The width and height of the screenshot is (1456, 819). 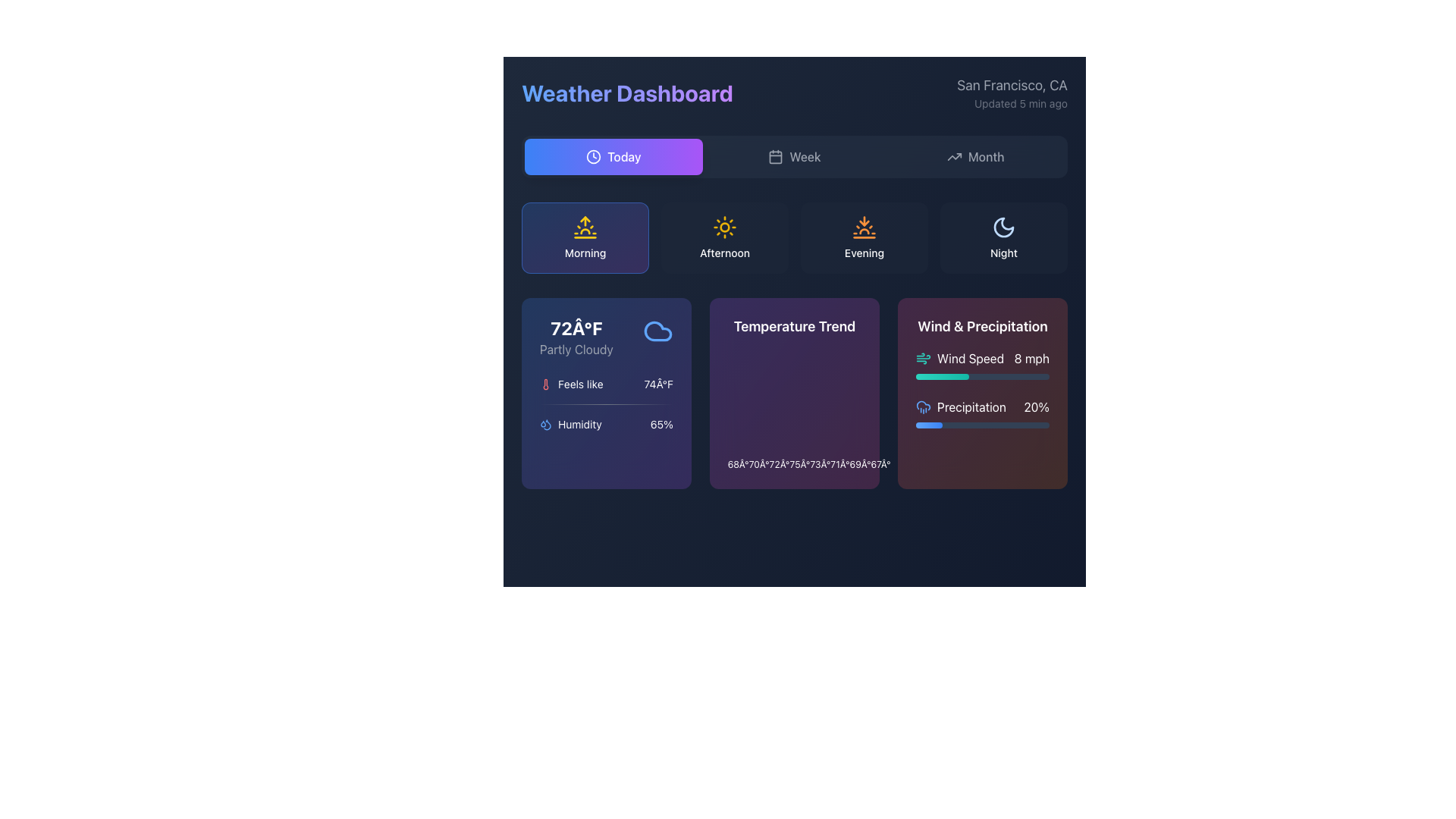 What do you see at coordinates (570, 383) in the screenshot?
I see `'Feels like' label with a thermometer icon, styled in red, located in the leftmost card under the 'Today' section, to the left of '74°F' and above the 'Humidity' label for weather insight` at bounding box center [570, 383].